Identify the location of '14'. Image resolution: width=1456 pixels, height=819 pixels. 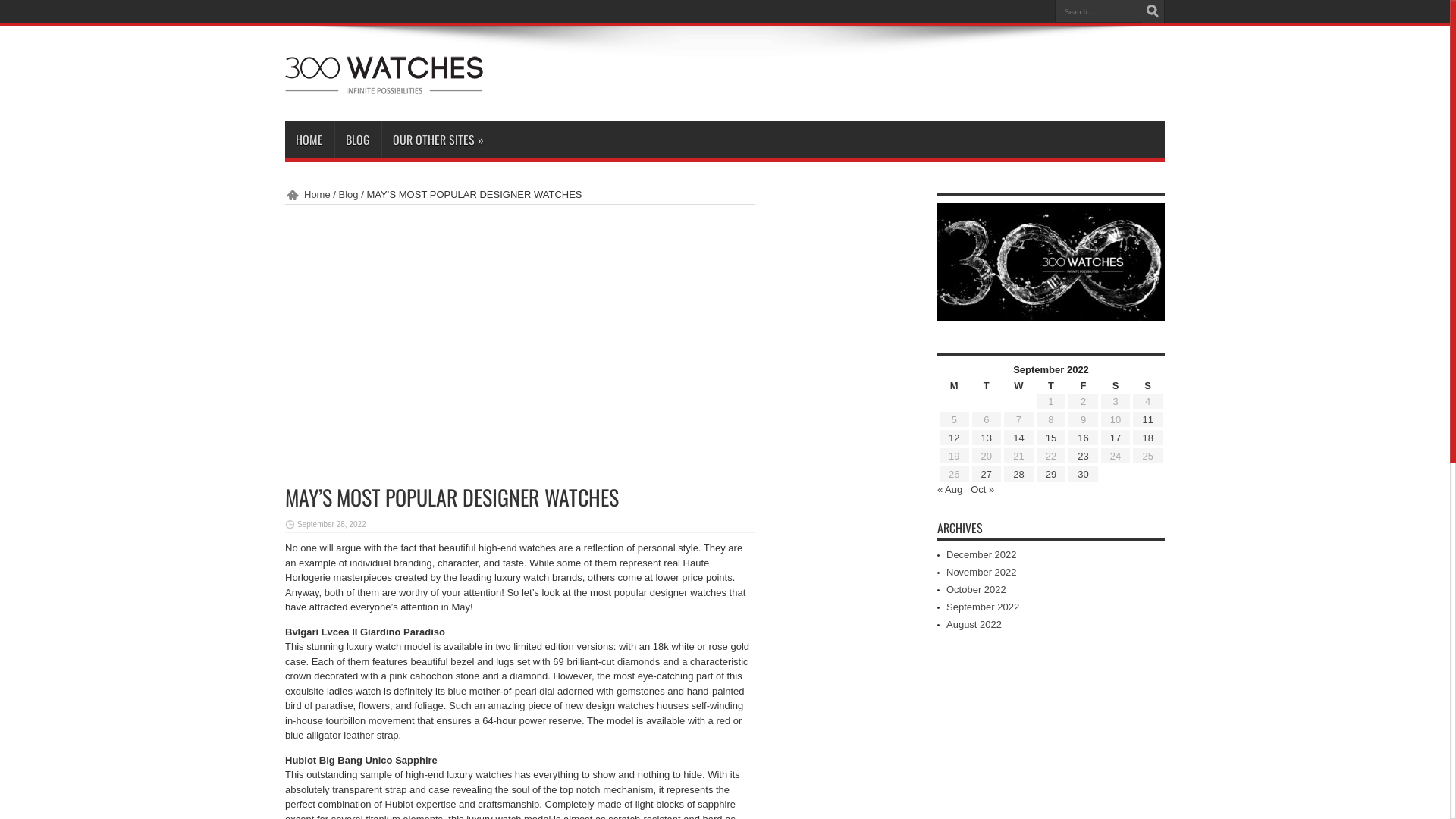
(1018, 438).